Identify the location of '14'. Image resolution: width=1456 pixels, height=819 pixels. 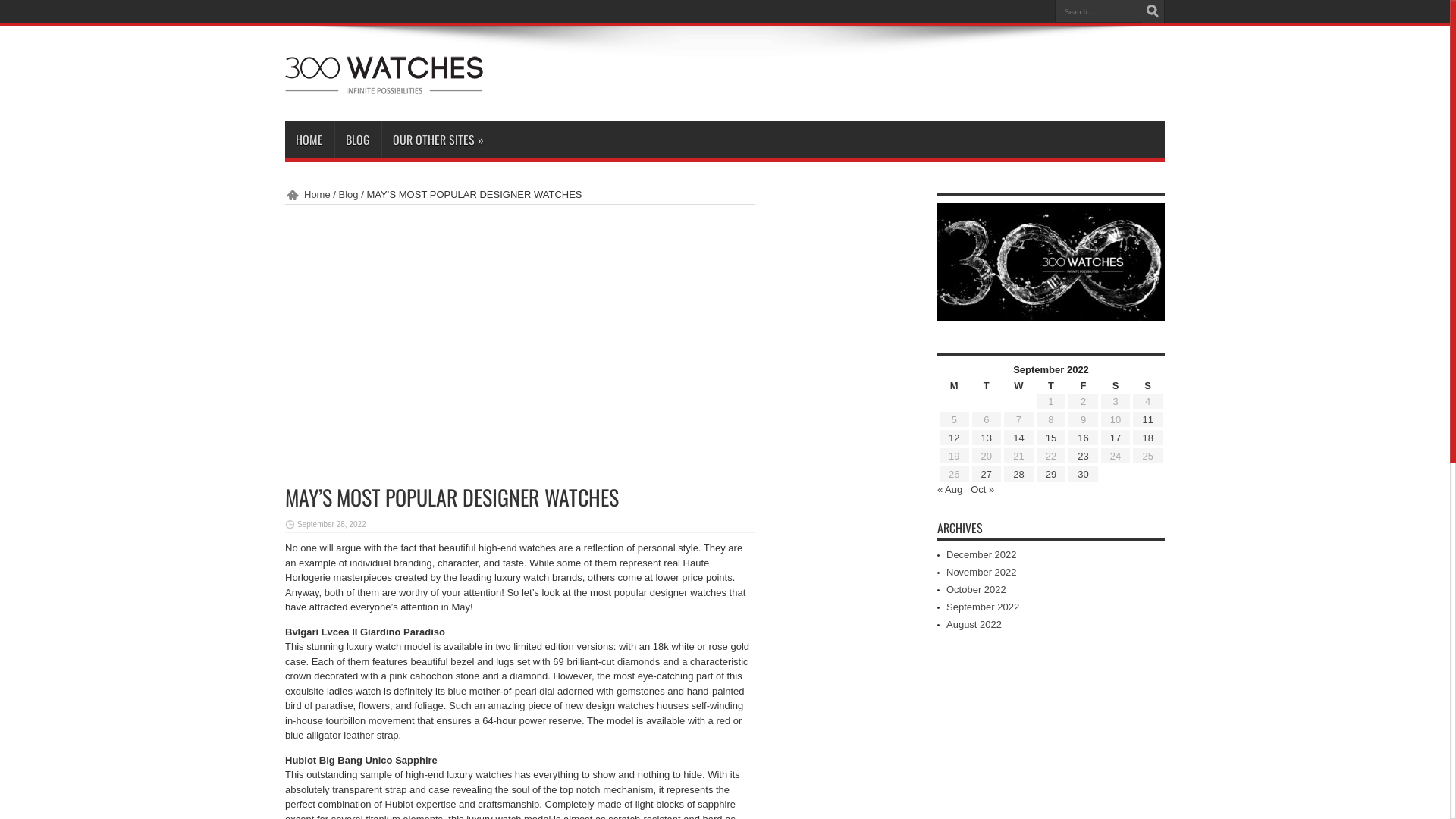
(1018, 438).